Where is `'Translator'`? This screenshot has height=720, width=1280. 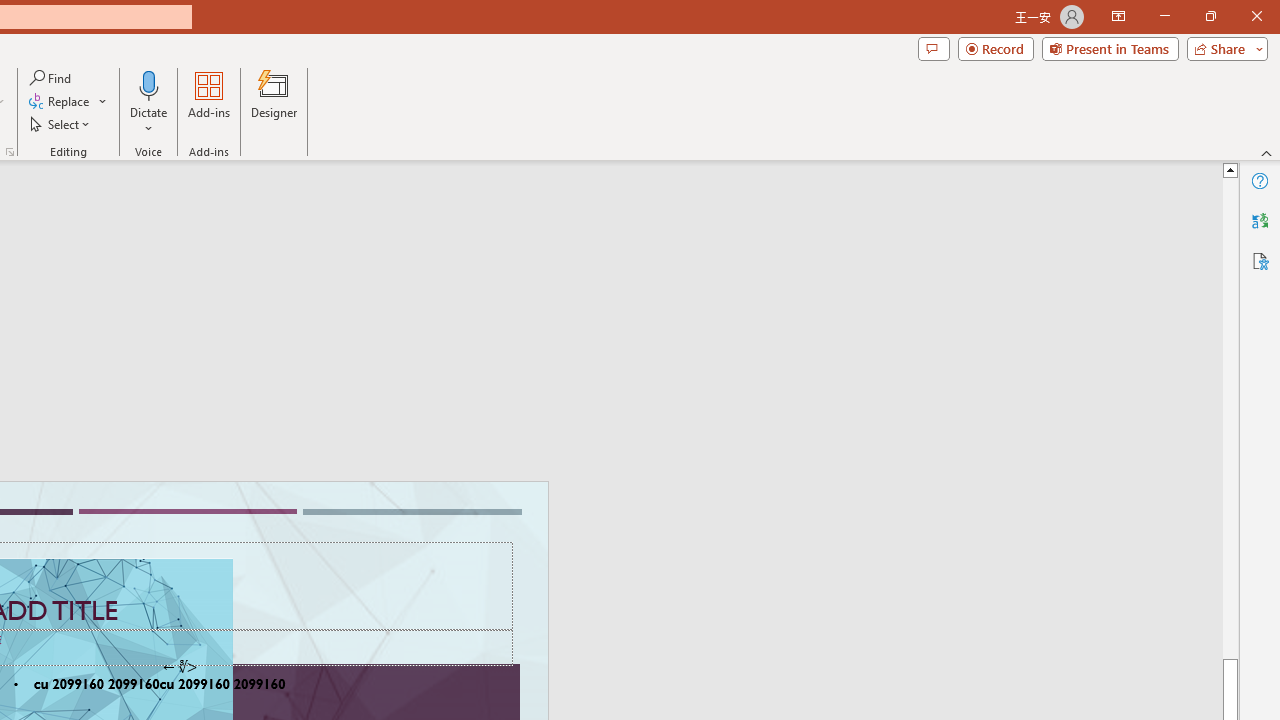
'Translator' is located at coordinates (1259, 221).